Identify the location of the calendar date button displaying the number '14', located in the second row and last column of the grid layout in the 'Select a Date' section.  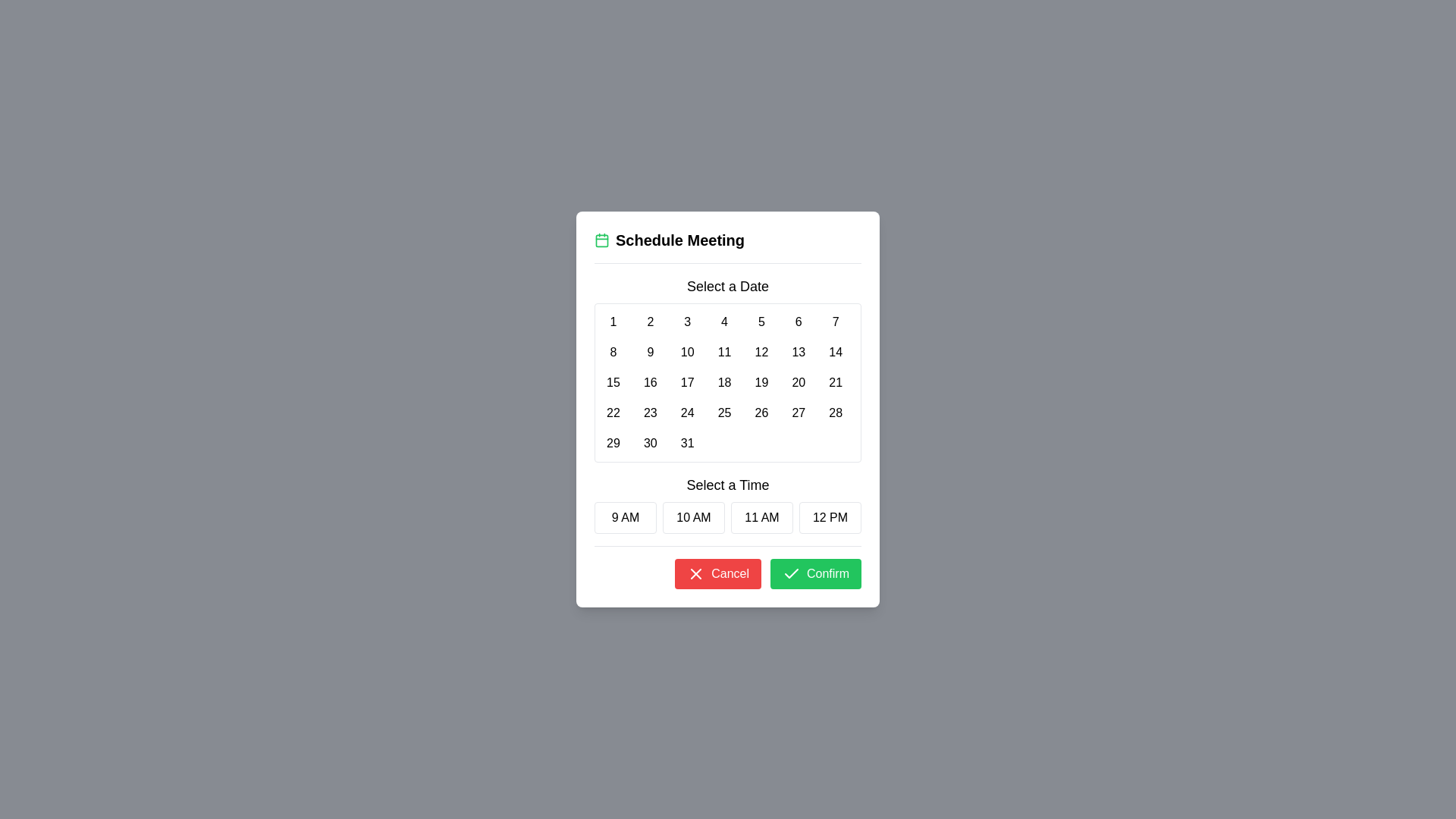
(835, 353).